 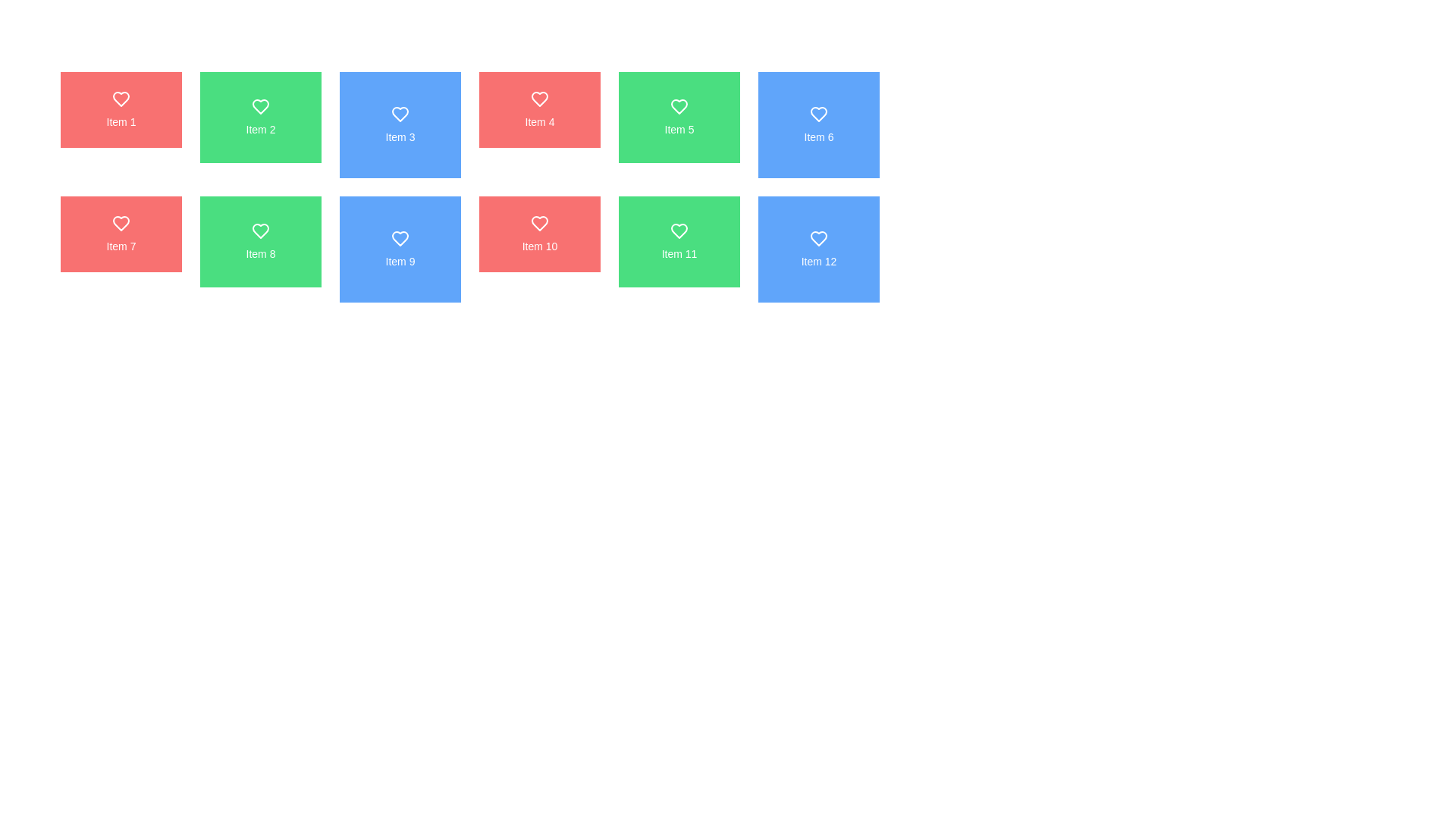 I want to click on the Square tile or card labeled 'Item 7' in the second row, first column of the grid, so click(x=120, y=234).